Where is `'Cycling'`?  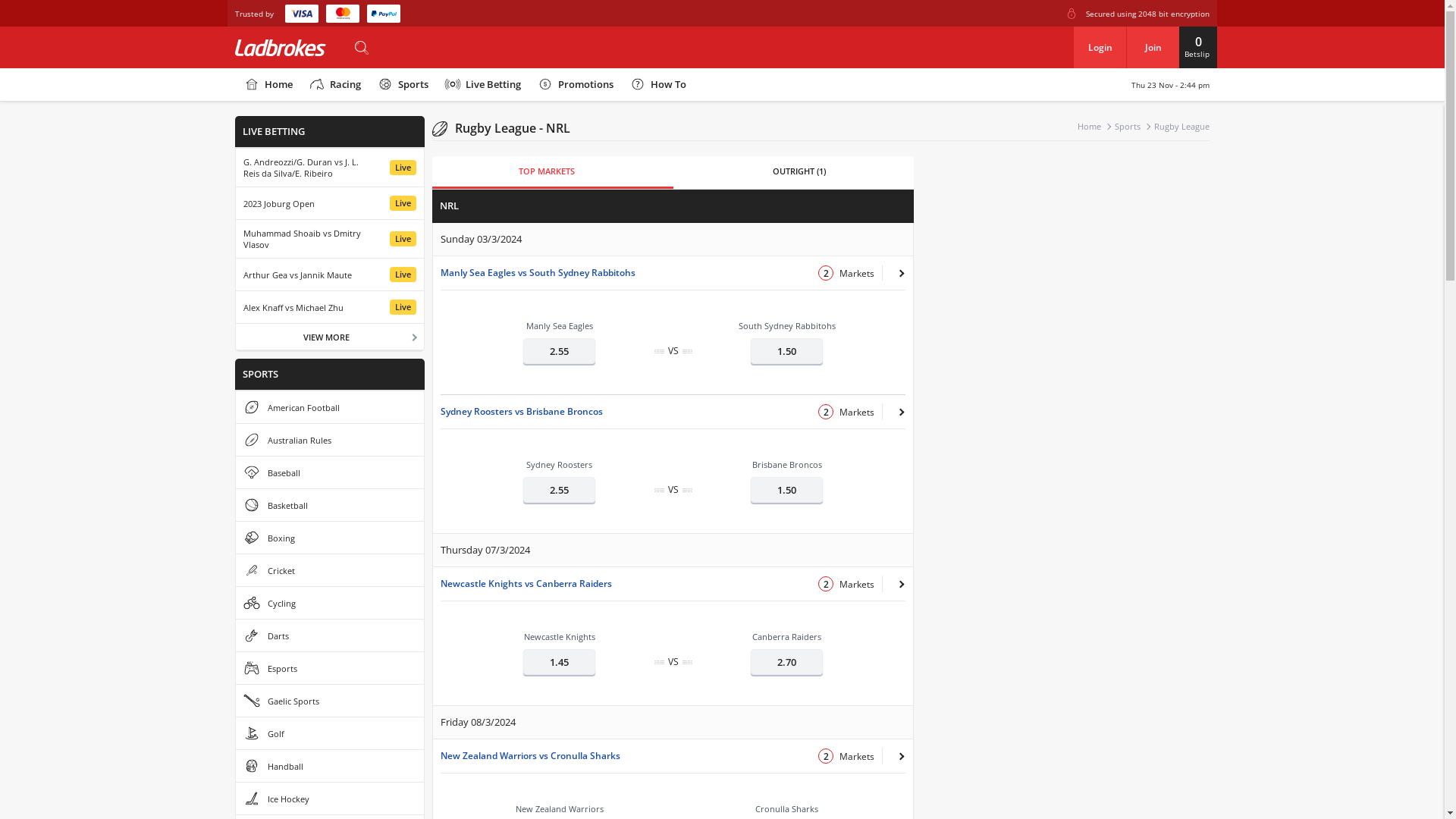
'Cycling' is located at coordinates (329, 601).